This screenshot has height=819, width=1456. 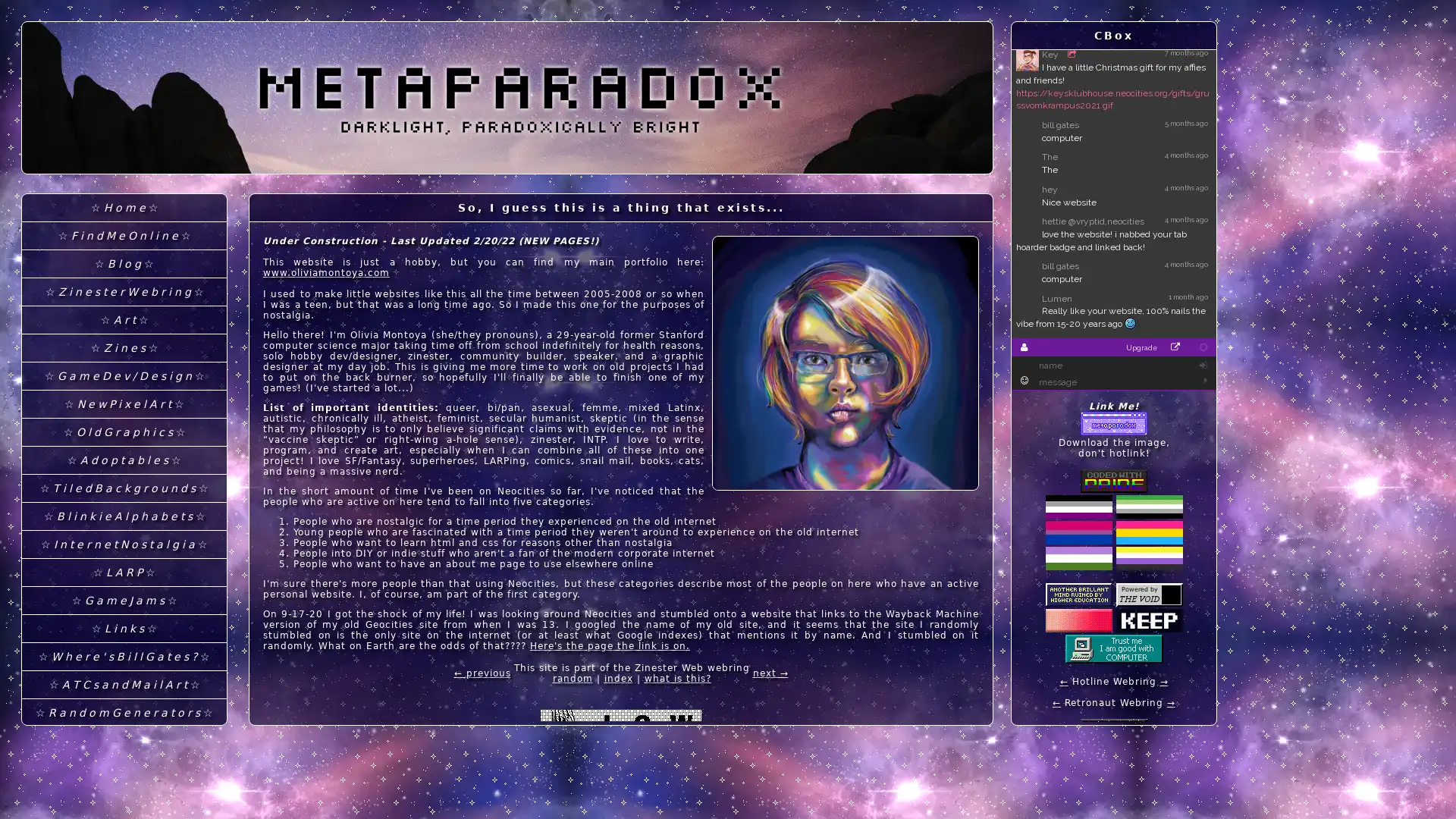 What do you see at coordinates (124, 488) in the screenshot?
I see `T i l e d B a c k g r o u n d s` at bounding box center [124, 488].